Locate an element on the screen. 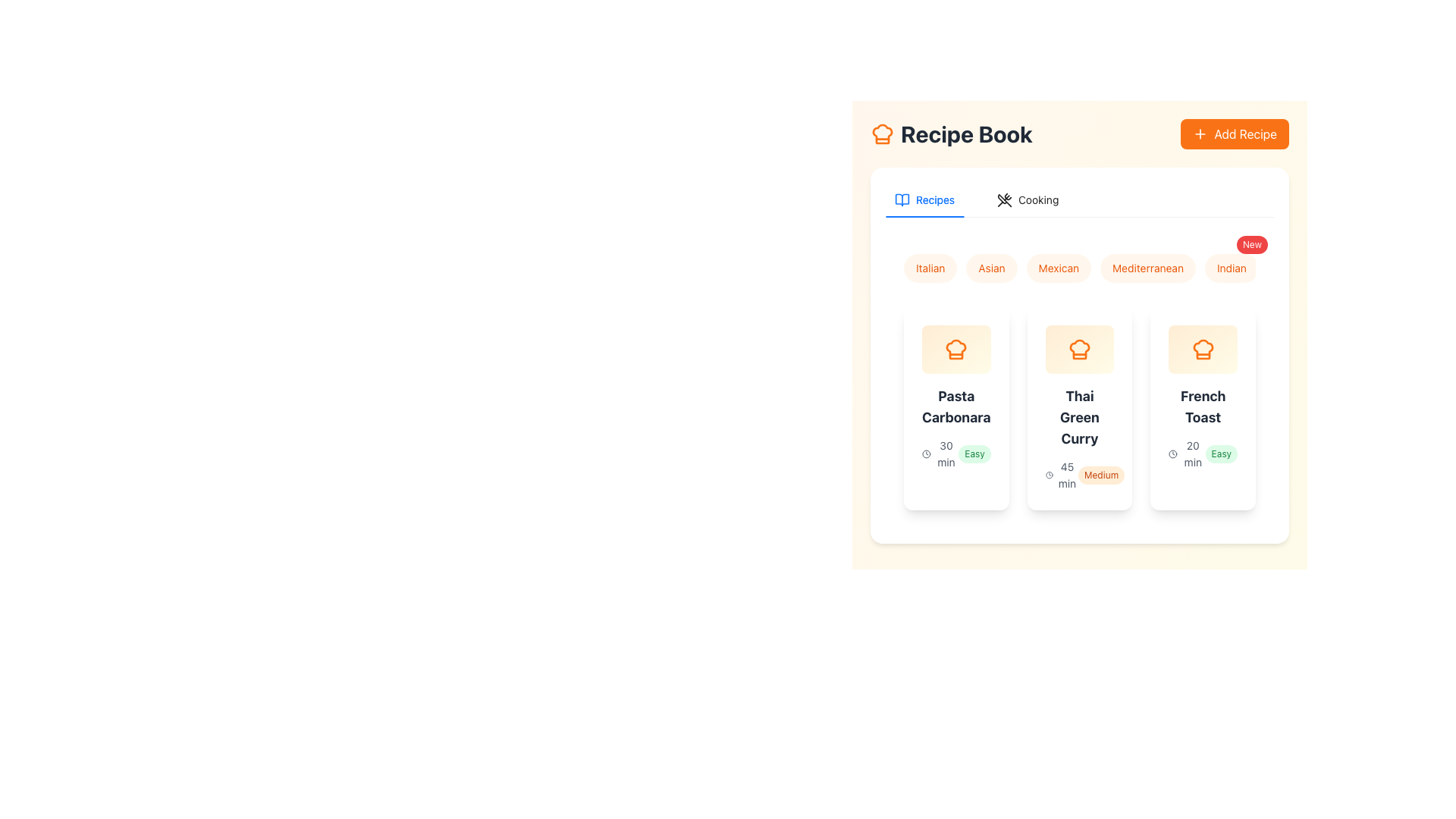  information displayed in the text element '20 min' with the indicator 'Easy' located below the 'French Toast' text in the third recipe card is located at coordinates (1202, 453).